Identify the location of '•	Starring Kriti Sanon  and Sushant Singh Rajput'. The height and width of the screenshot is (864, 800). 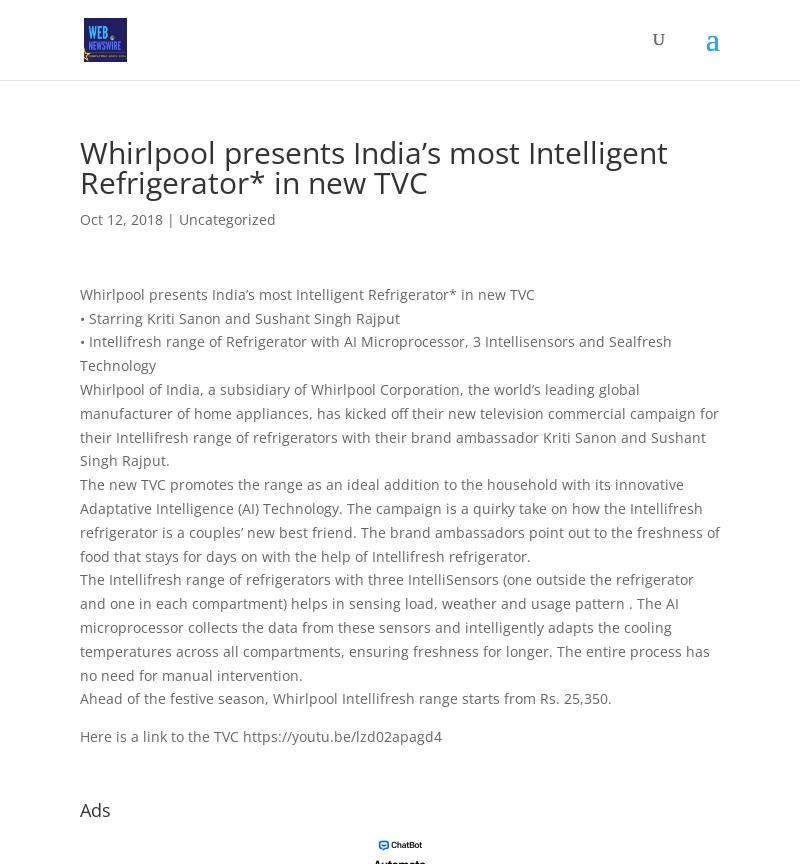
(80, 317).